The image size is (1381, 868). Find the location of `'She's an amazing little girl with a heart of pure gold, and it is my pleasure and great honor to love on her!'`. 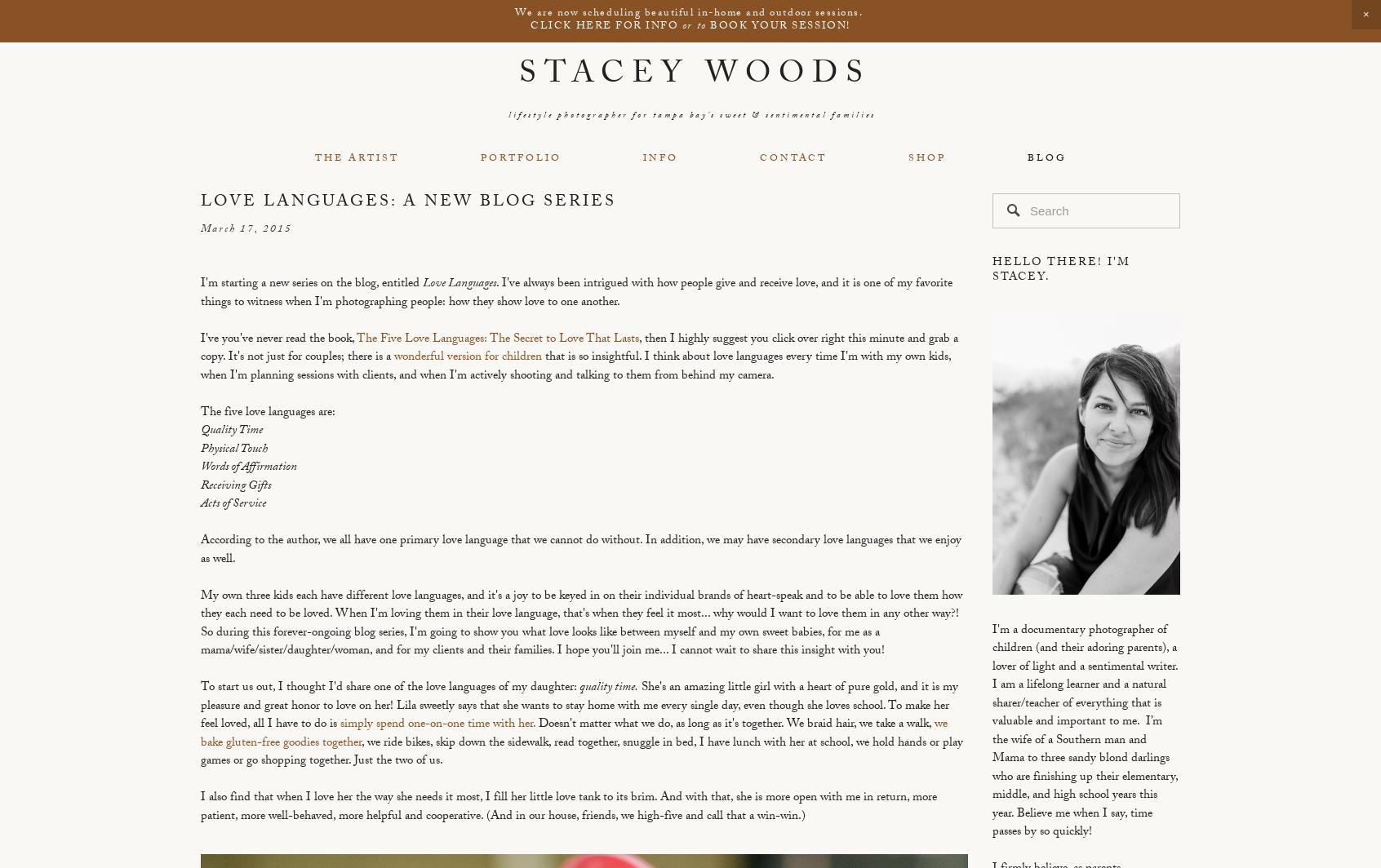

'She's an amazing little girl with a heart of pure gold, and it is my pleasure and great honor to love on her!' is located at coordinates (578, 697).